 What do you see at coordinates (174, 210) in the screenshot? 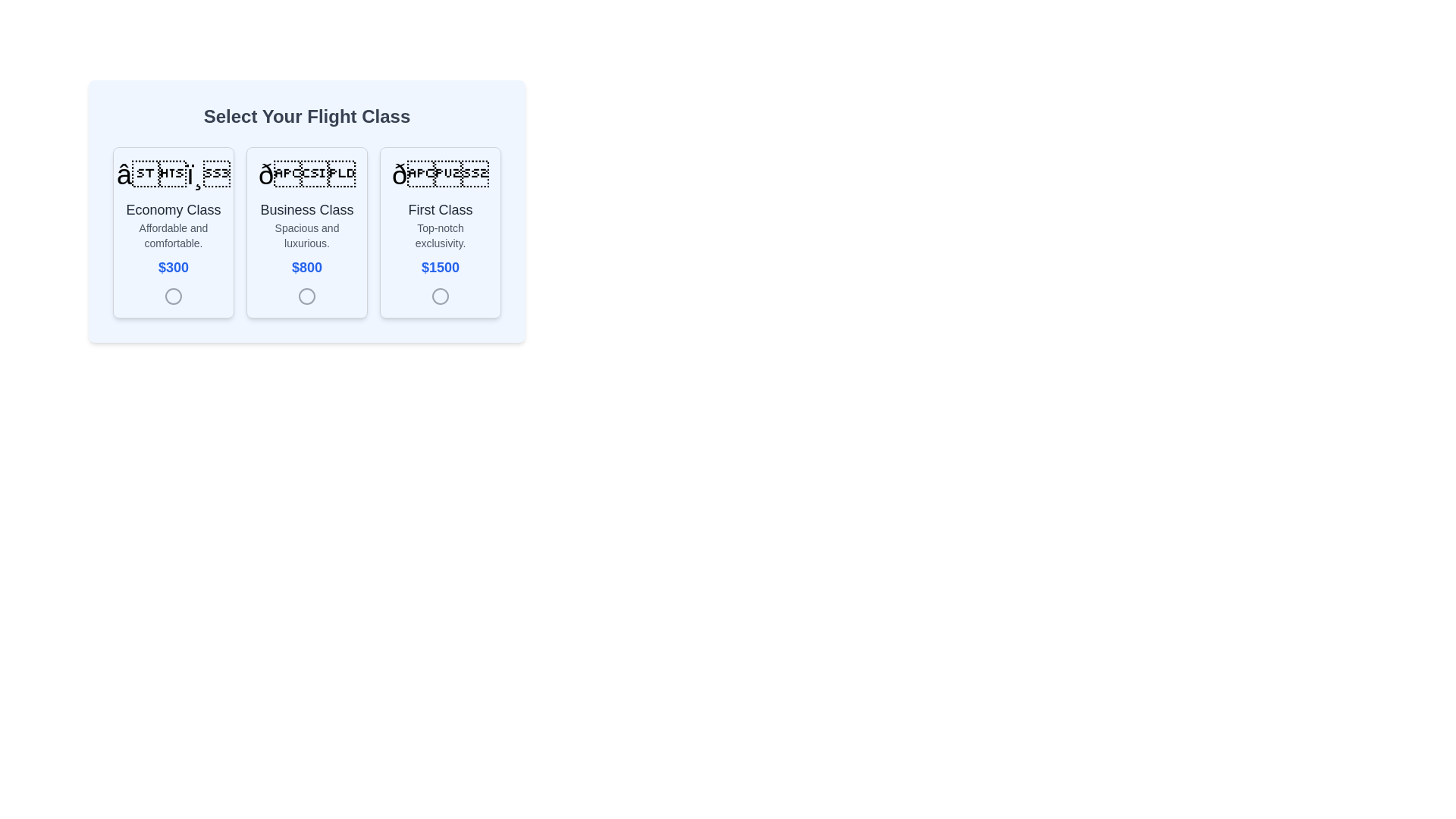
I see `text label displaying 'Economy Class', which is positioned centrally below an airplane icon and above the description 'Affordable and comfortable.'` at bounding box center [174, 210].